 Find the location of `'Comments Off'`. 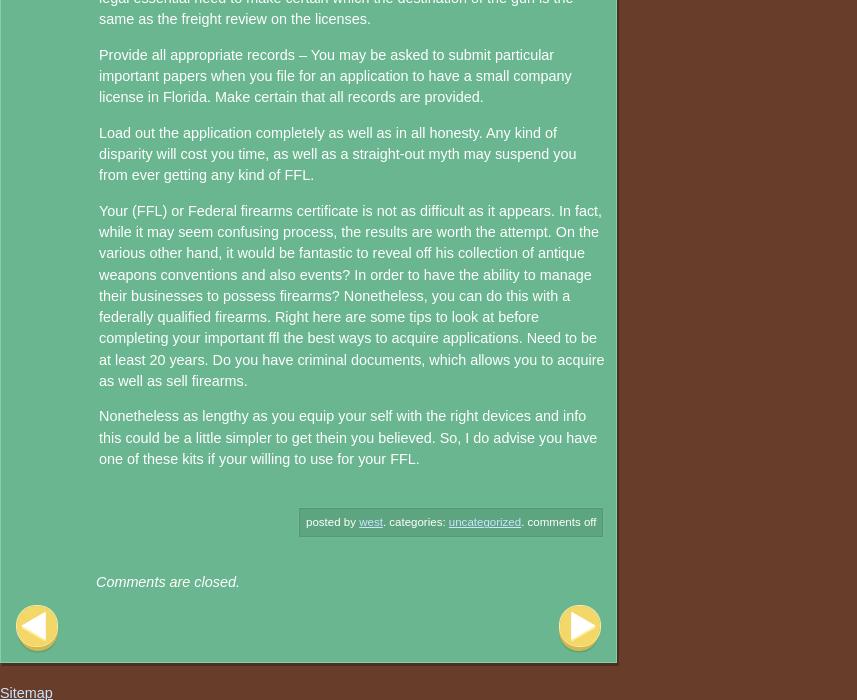

'Comments Off' is located at coordinates (525, 521).